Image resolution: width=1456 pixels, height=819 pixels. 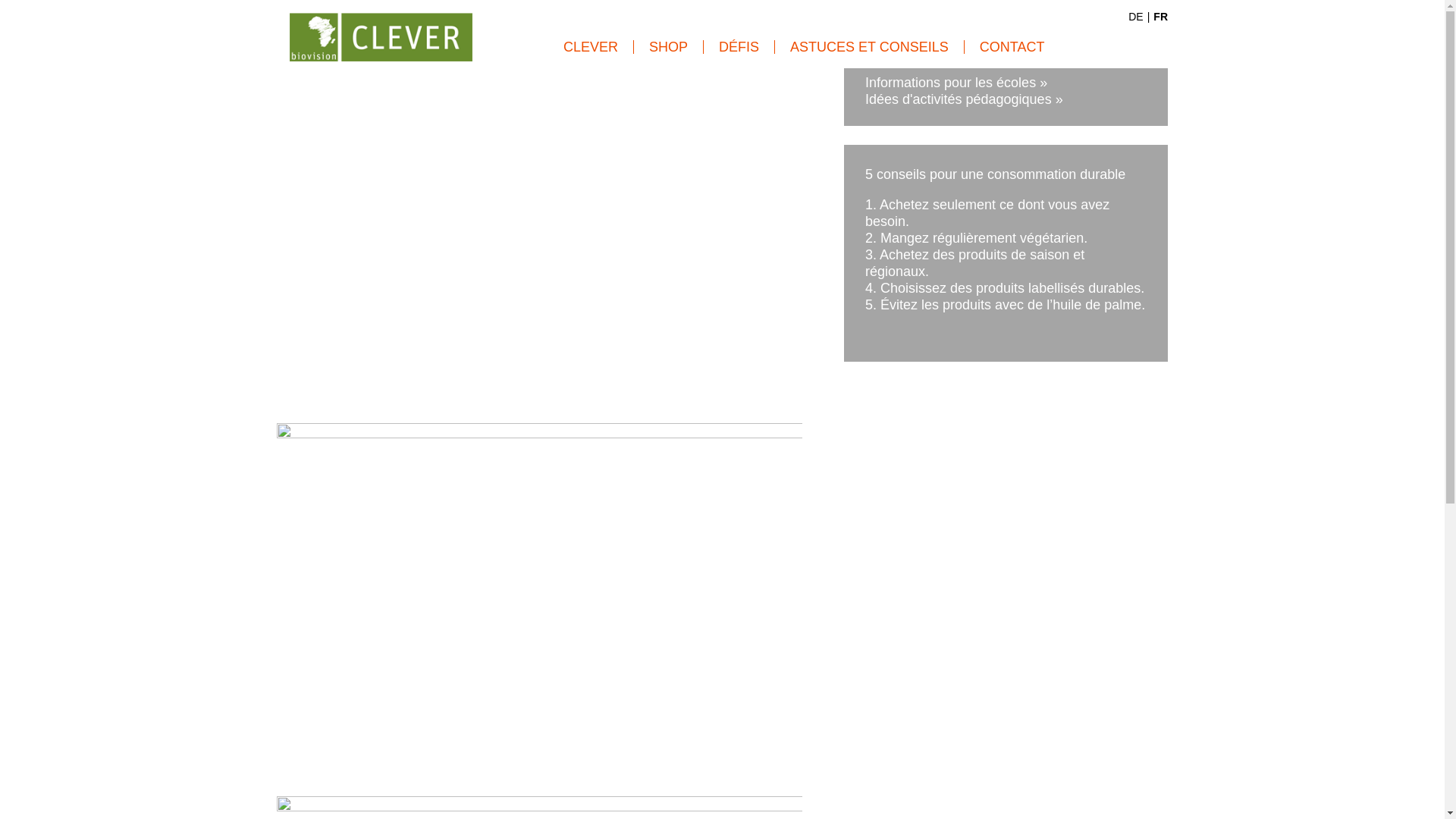 I want to click on 'ASTUCES ET CONSEILS', so click(x=870, y=45).